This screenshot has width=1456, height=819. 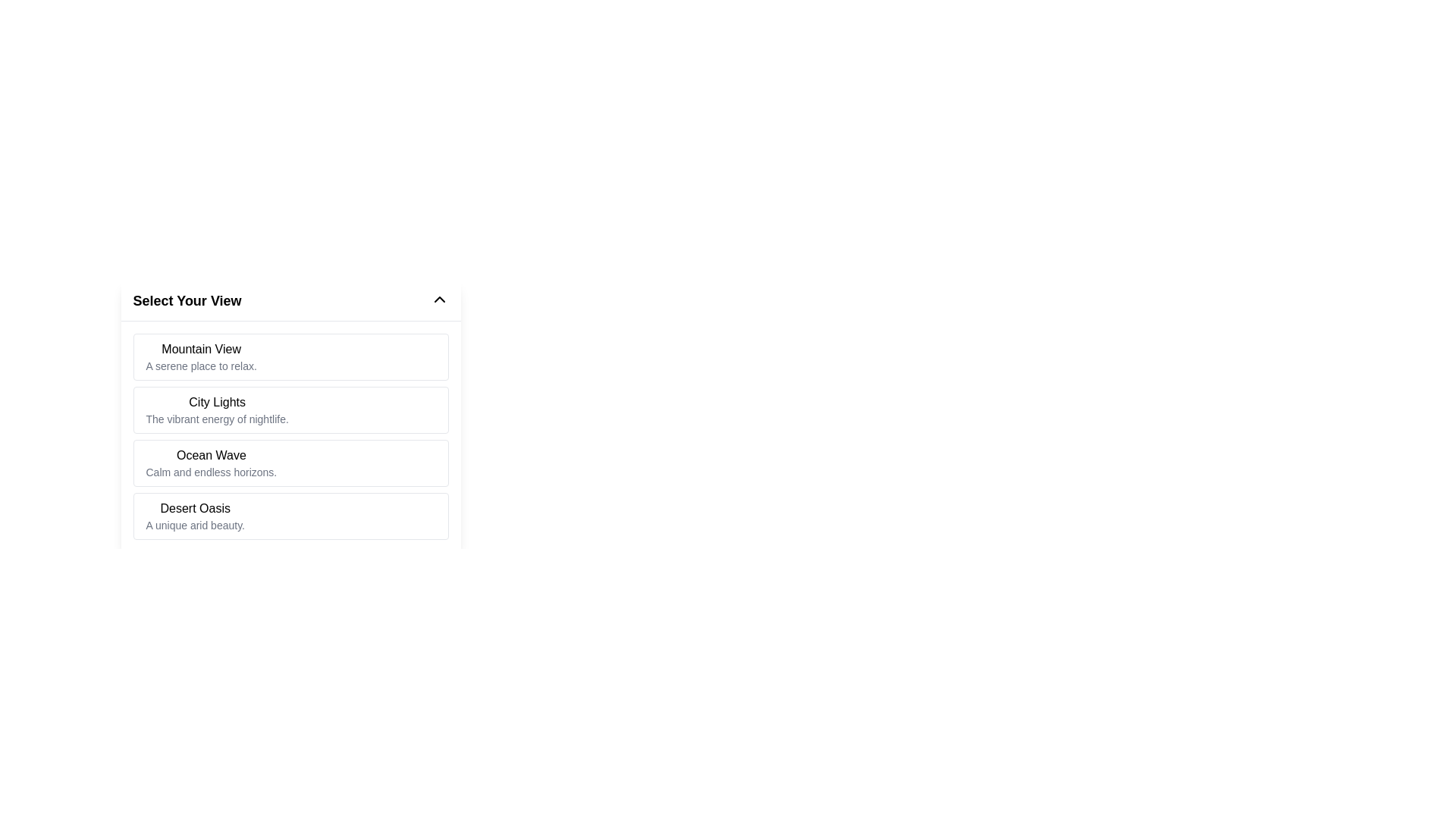 What do you see at coordinates (216, 419) in the screenshot?
I see `the description text that provides additional details about the 'City Lights' option in the selection menu, located below the title 'City Lights'` at bounding box center [216, 419].